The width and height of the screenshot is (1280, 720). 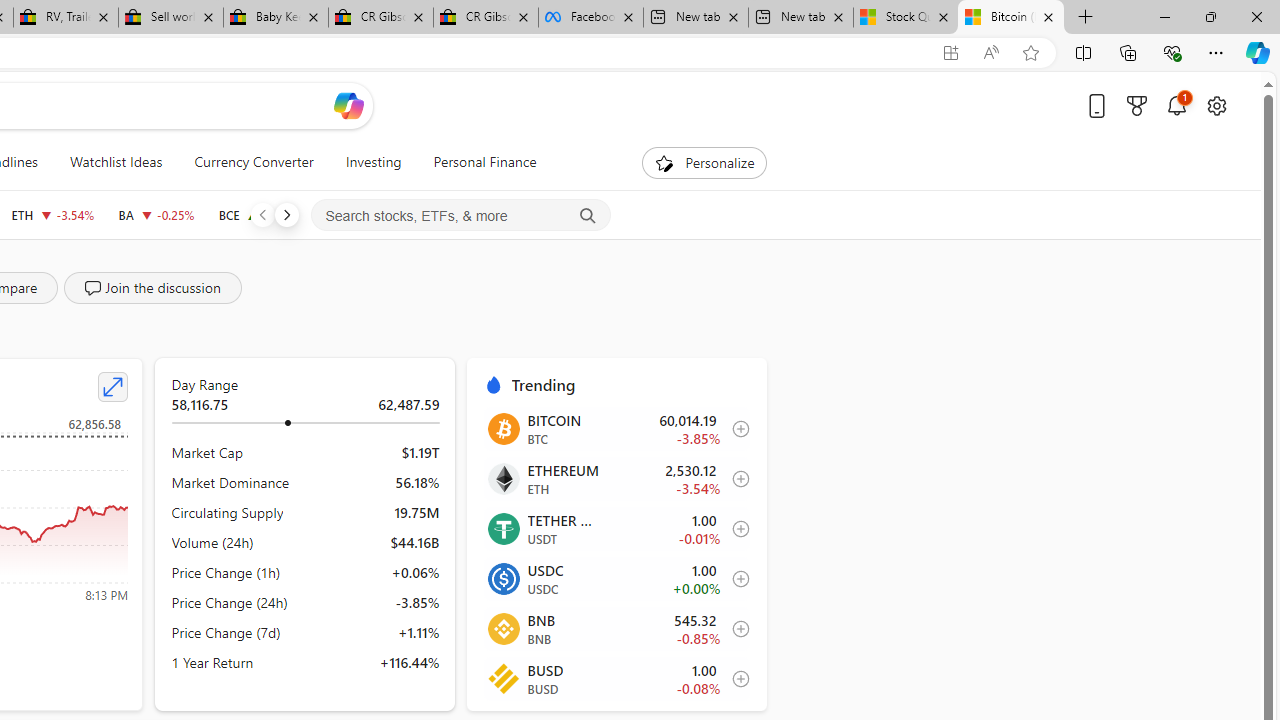 I want to click on 'USDC', so click(x=503, y=578).